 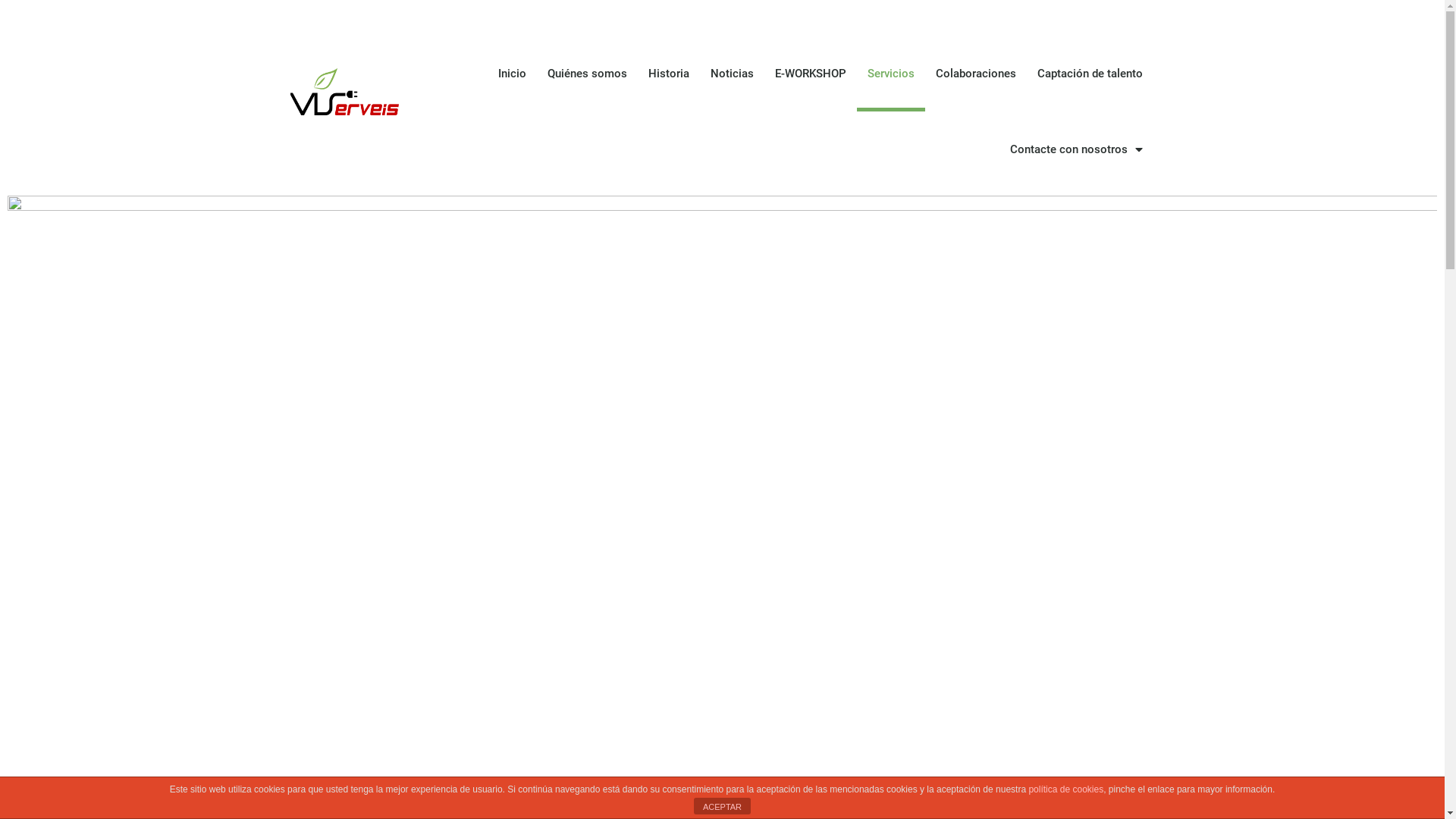 I want to click on 'Contacte con nosotros', so click(x=1075, y=149).